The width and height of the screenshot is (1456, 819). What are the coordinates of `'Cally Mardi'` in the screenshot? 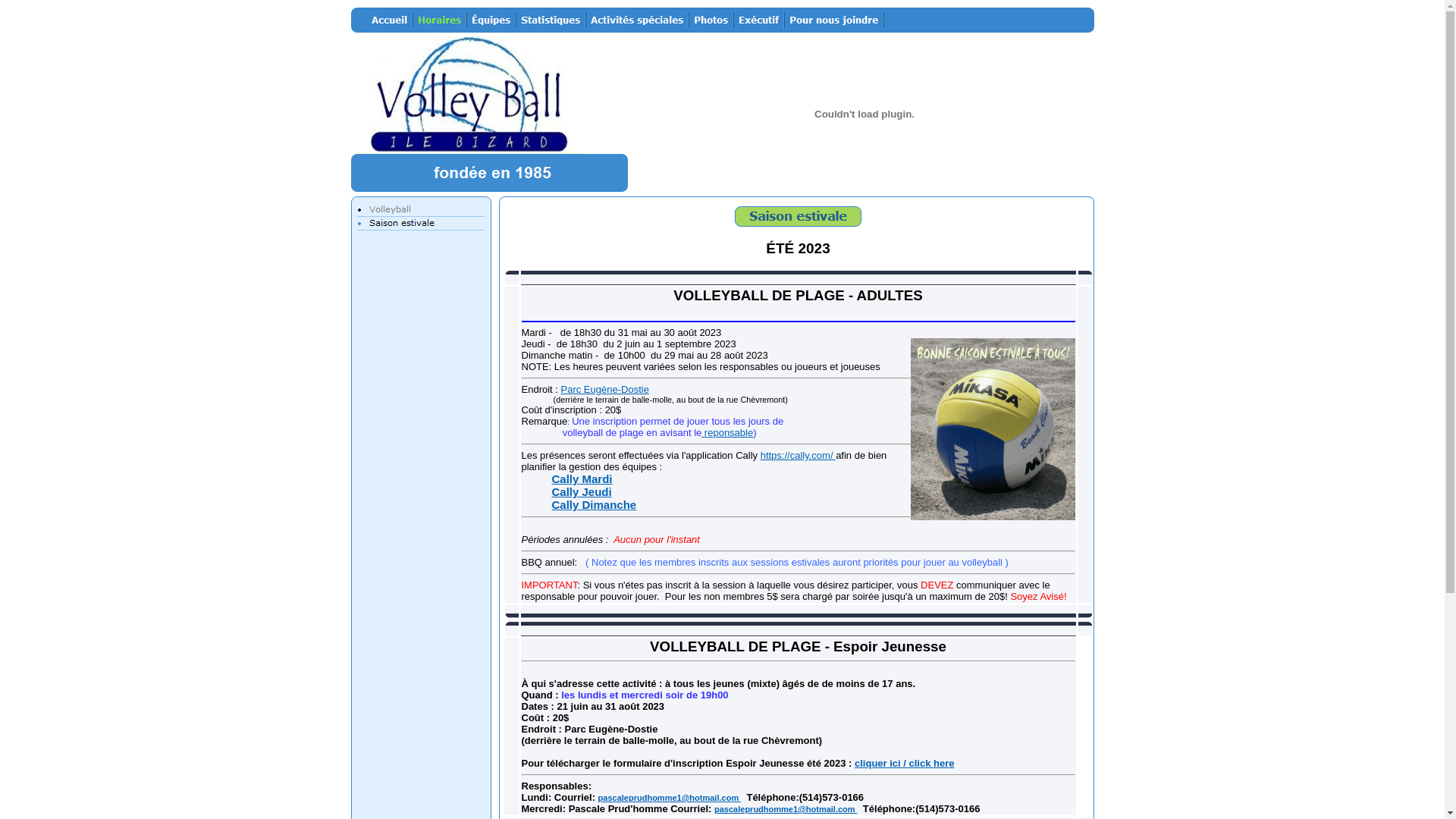 It's located at (582, 479).